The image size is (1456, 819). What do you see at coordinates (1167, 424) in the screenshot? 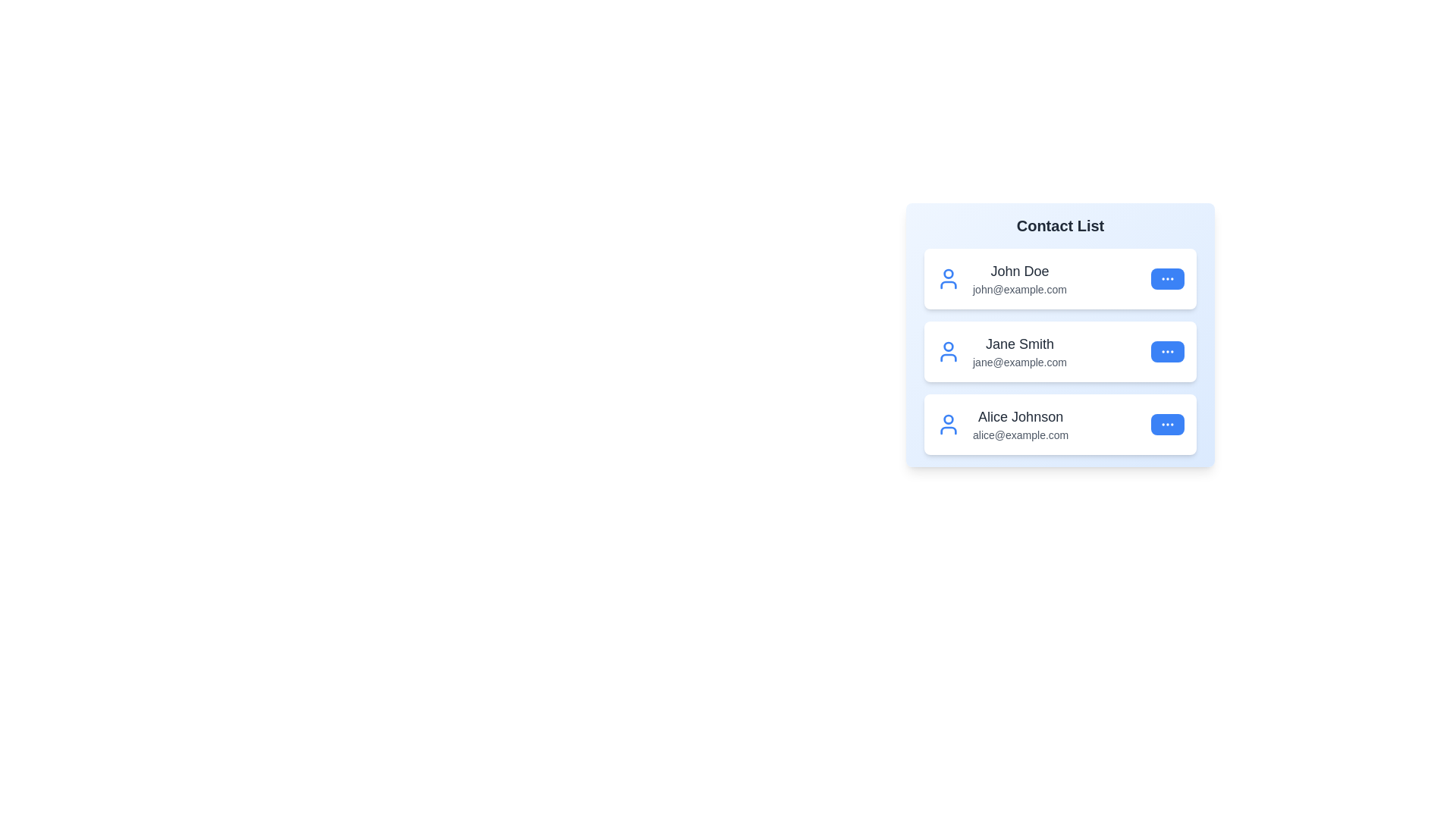
I see `'More' button for the contact Alice Johnson` at bounding box center [1167, 424].